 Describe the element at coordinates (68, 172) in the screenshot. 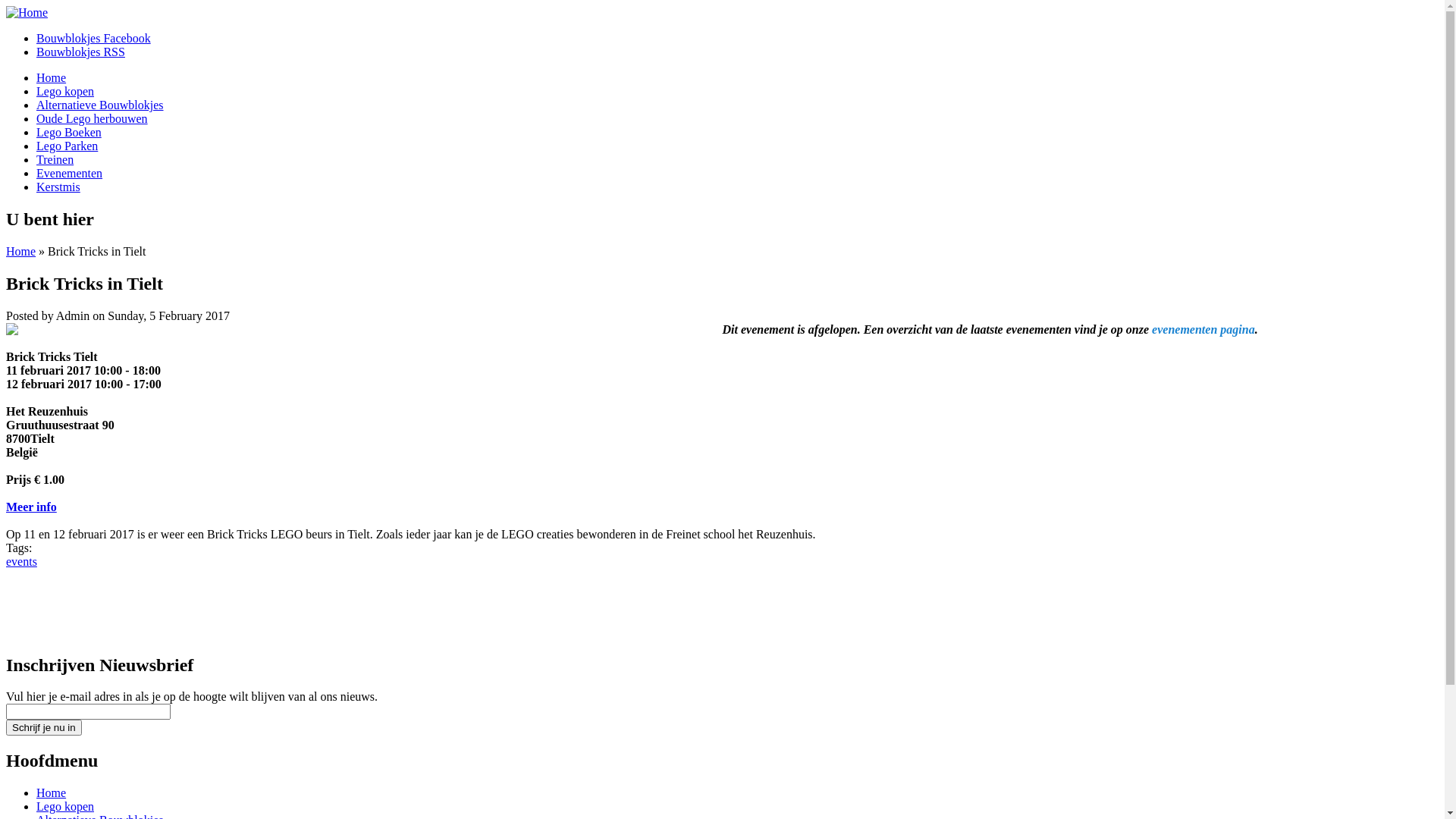

I see `'Evenementen'` at that location.